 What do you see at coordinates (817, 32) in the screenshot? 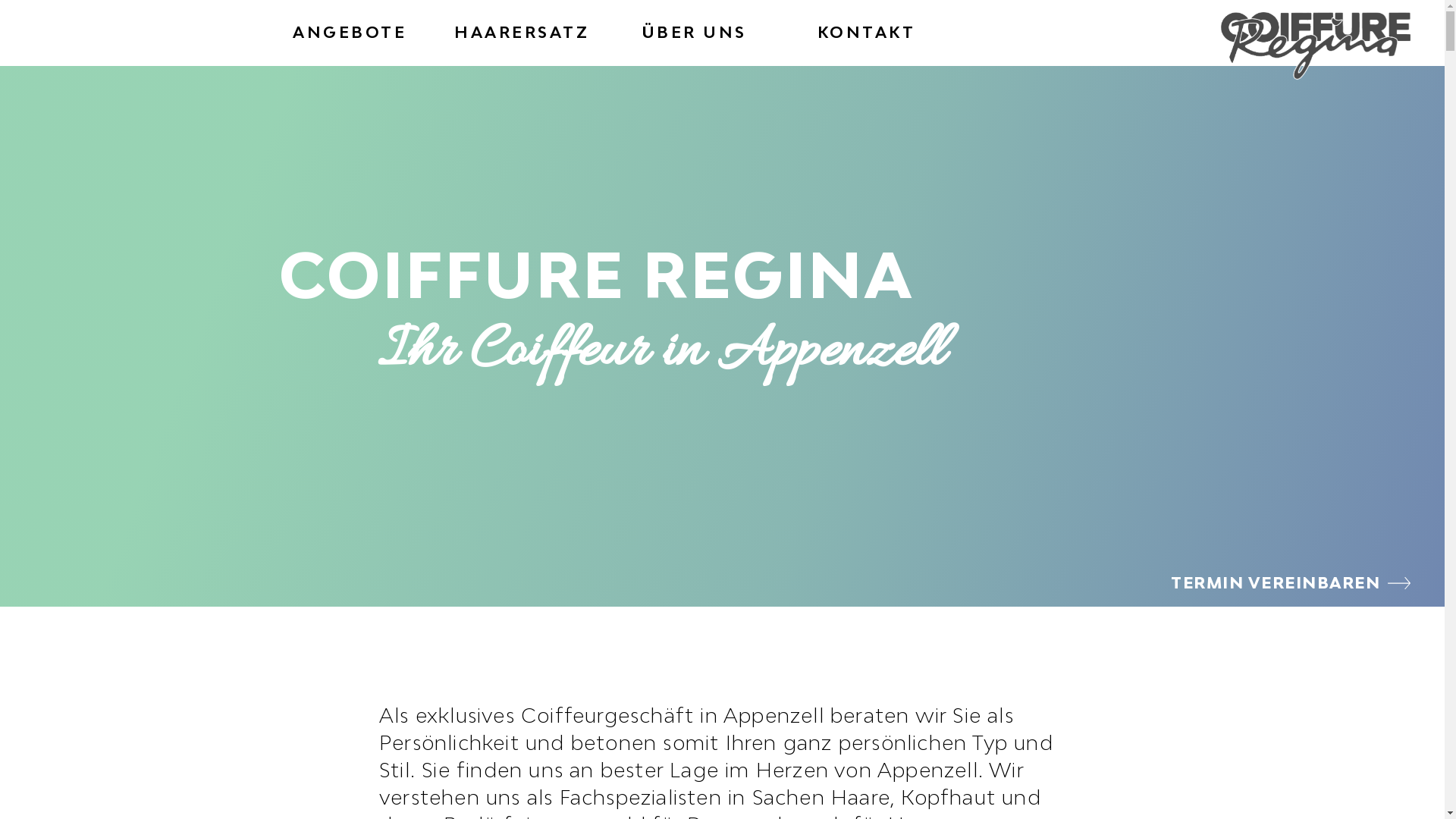
I see `'KONTAKT'` at bounding box center [817, 32].